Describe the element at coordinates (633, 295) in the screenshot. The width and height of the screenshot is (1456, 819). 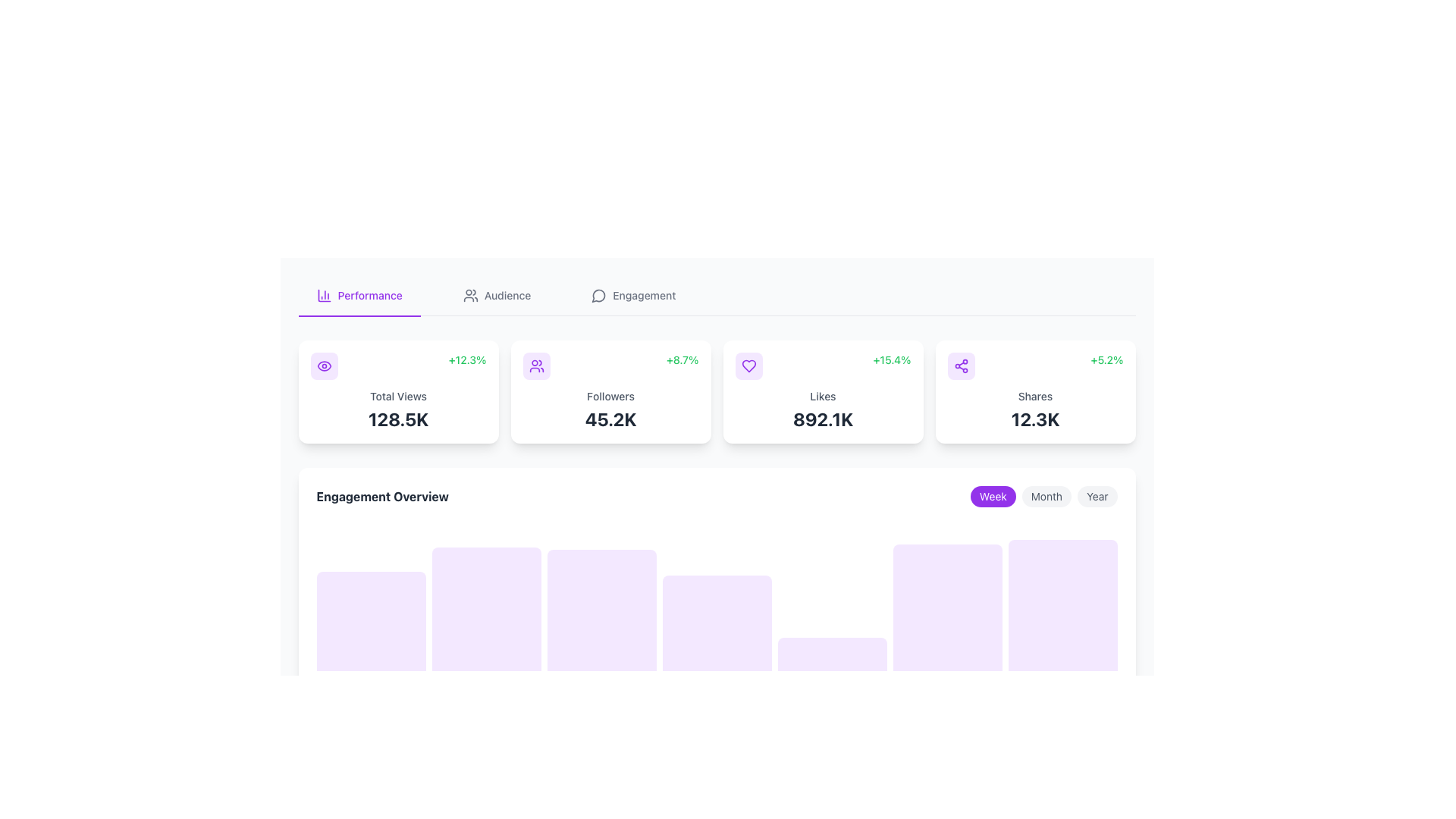
I see `the 'Engagement' tab, which is the third tab in the horizontal list located just below the header` at that location.